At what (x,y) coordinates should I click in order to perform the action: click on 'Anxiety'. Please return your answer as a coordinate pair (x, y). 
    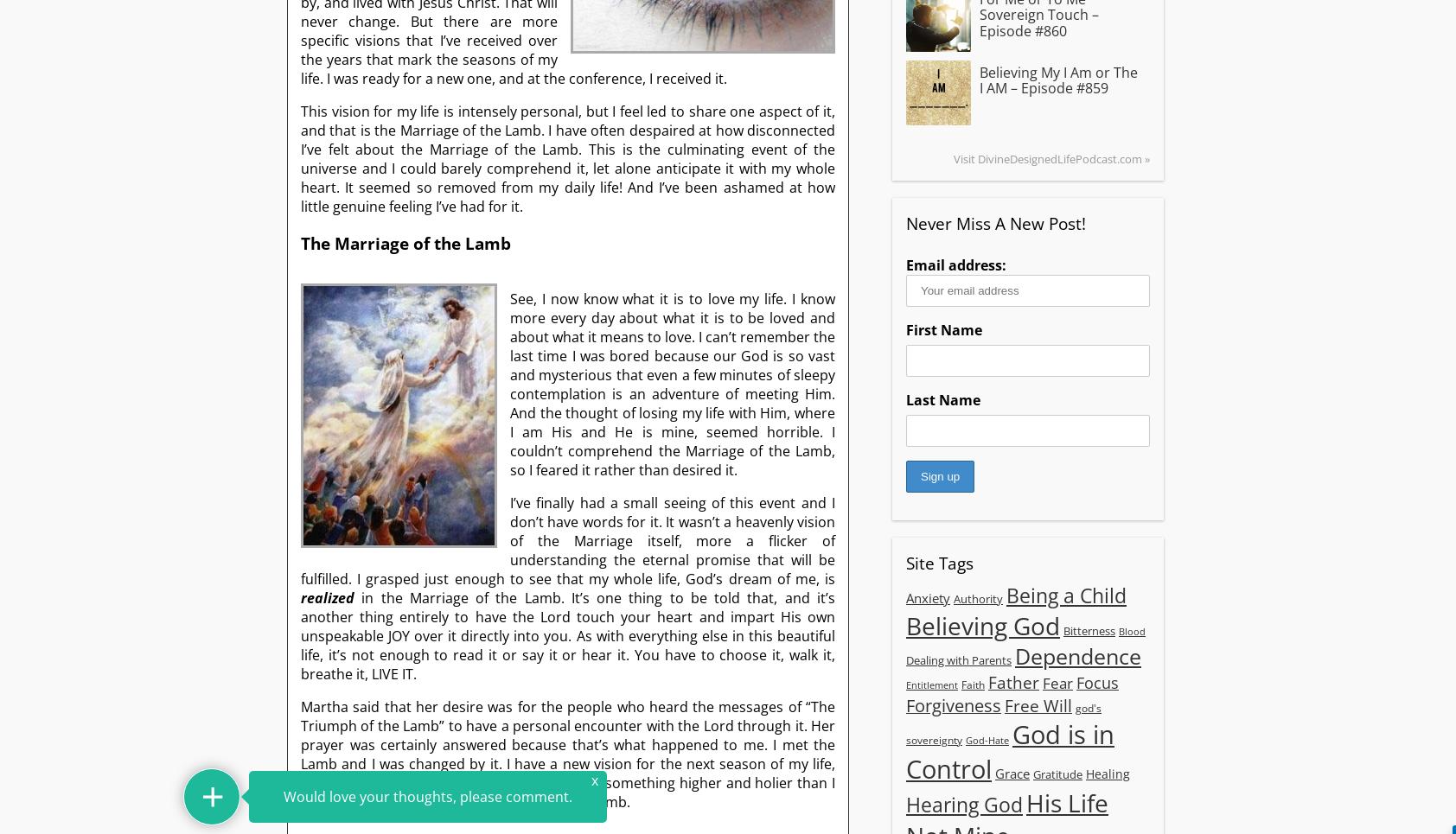
    Looking at the image, I should click on (928, 596).